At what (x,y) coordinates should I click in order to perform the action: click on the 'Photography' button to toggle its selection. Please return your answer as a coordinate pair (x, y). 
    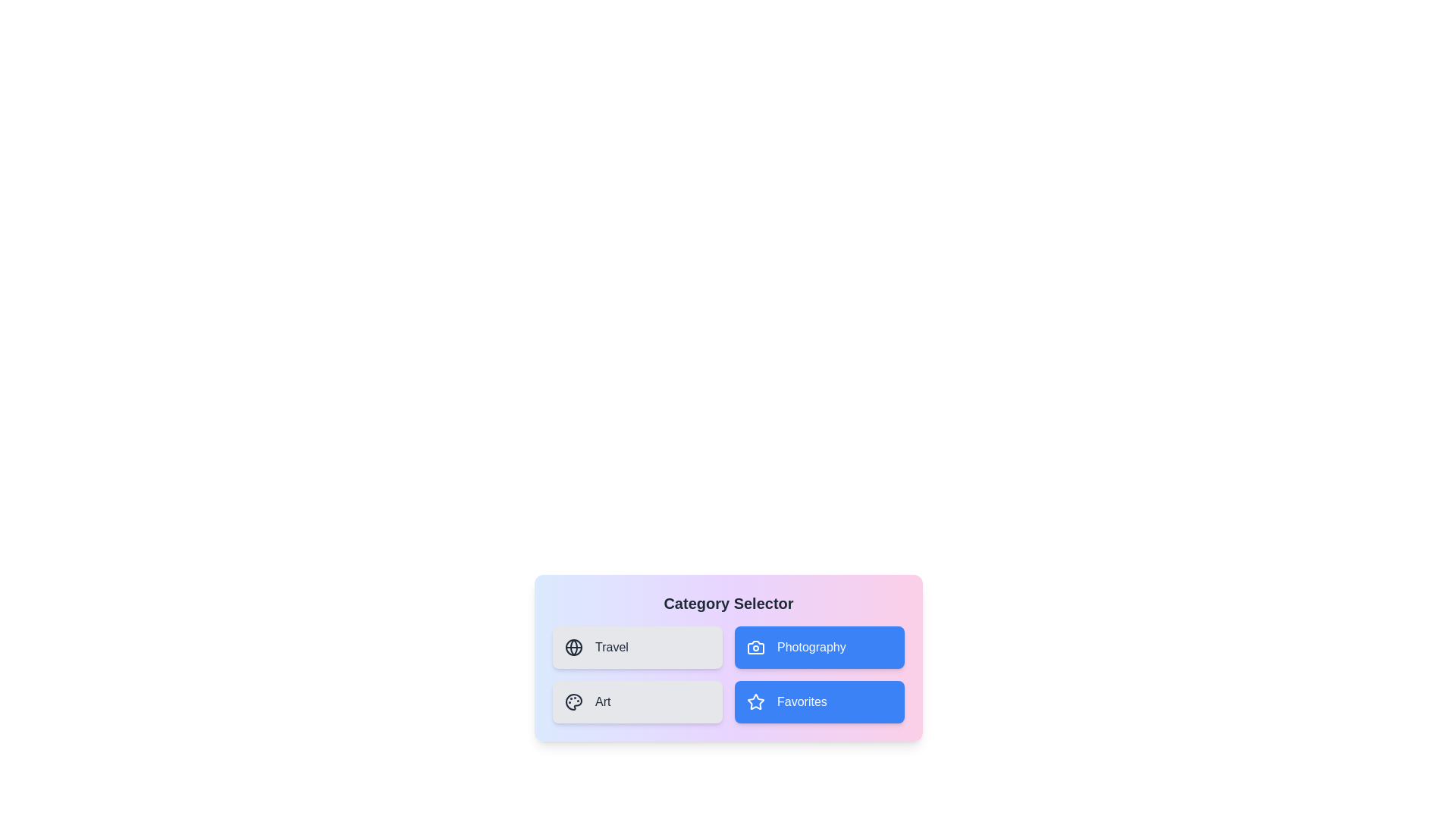
    Looking at the image, I should click on (818, 647).